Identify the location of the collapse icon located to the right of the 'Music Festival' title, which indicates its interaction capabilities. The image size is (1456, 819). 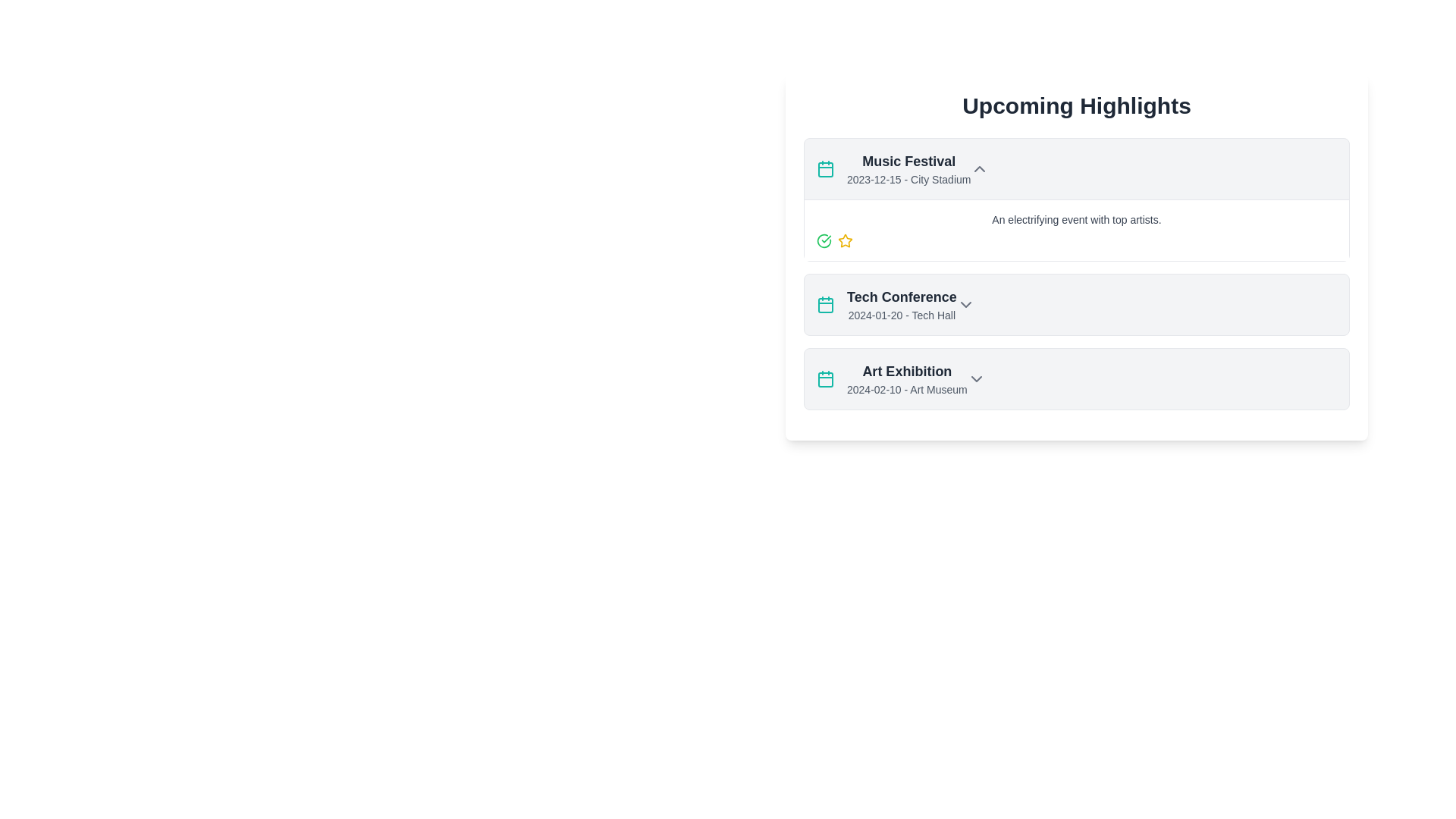
(980, 169).